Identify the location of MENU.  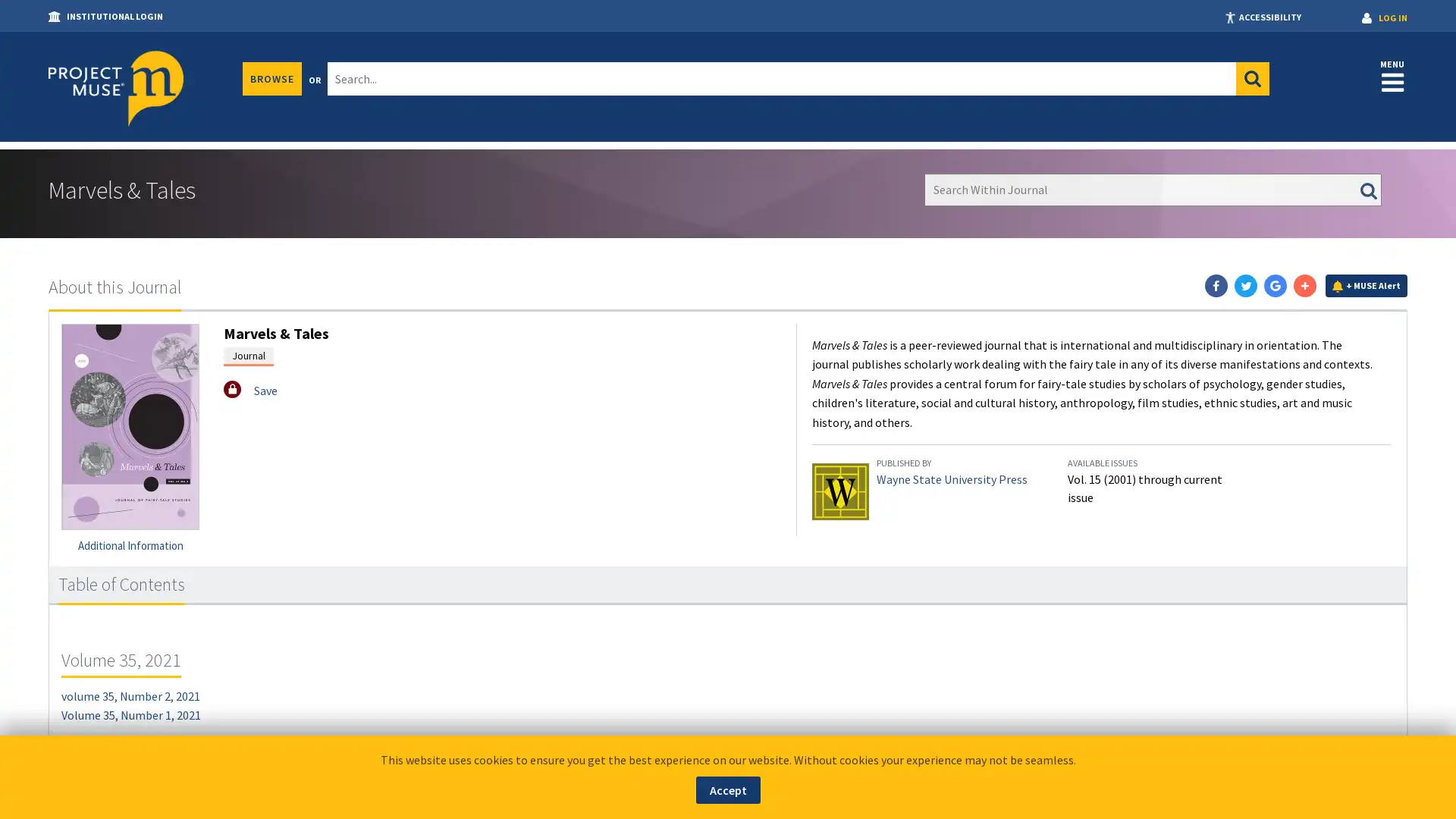
(1392, 75).